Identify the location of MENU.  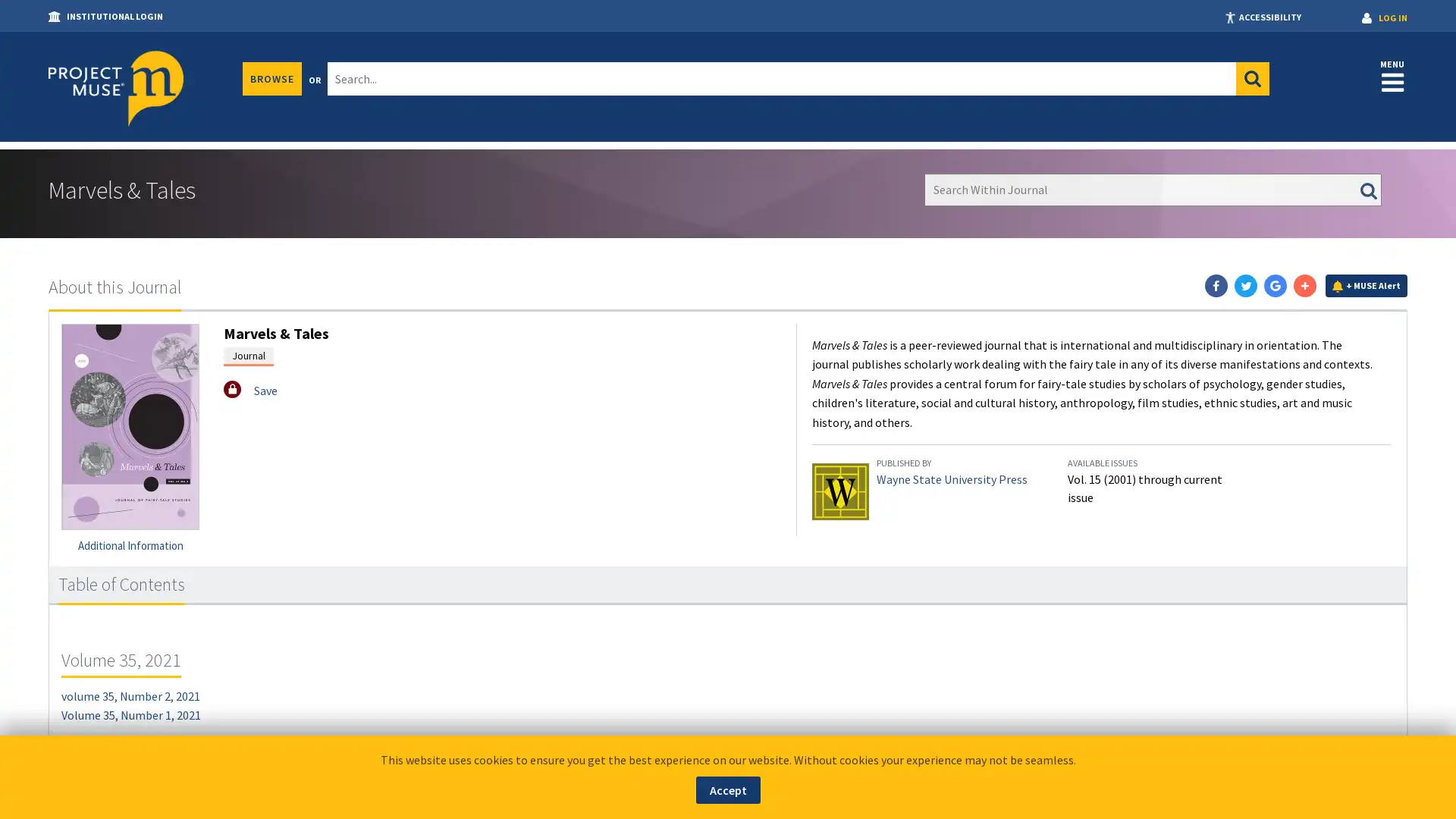
(1392, 75).